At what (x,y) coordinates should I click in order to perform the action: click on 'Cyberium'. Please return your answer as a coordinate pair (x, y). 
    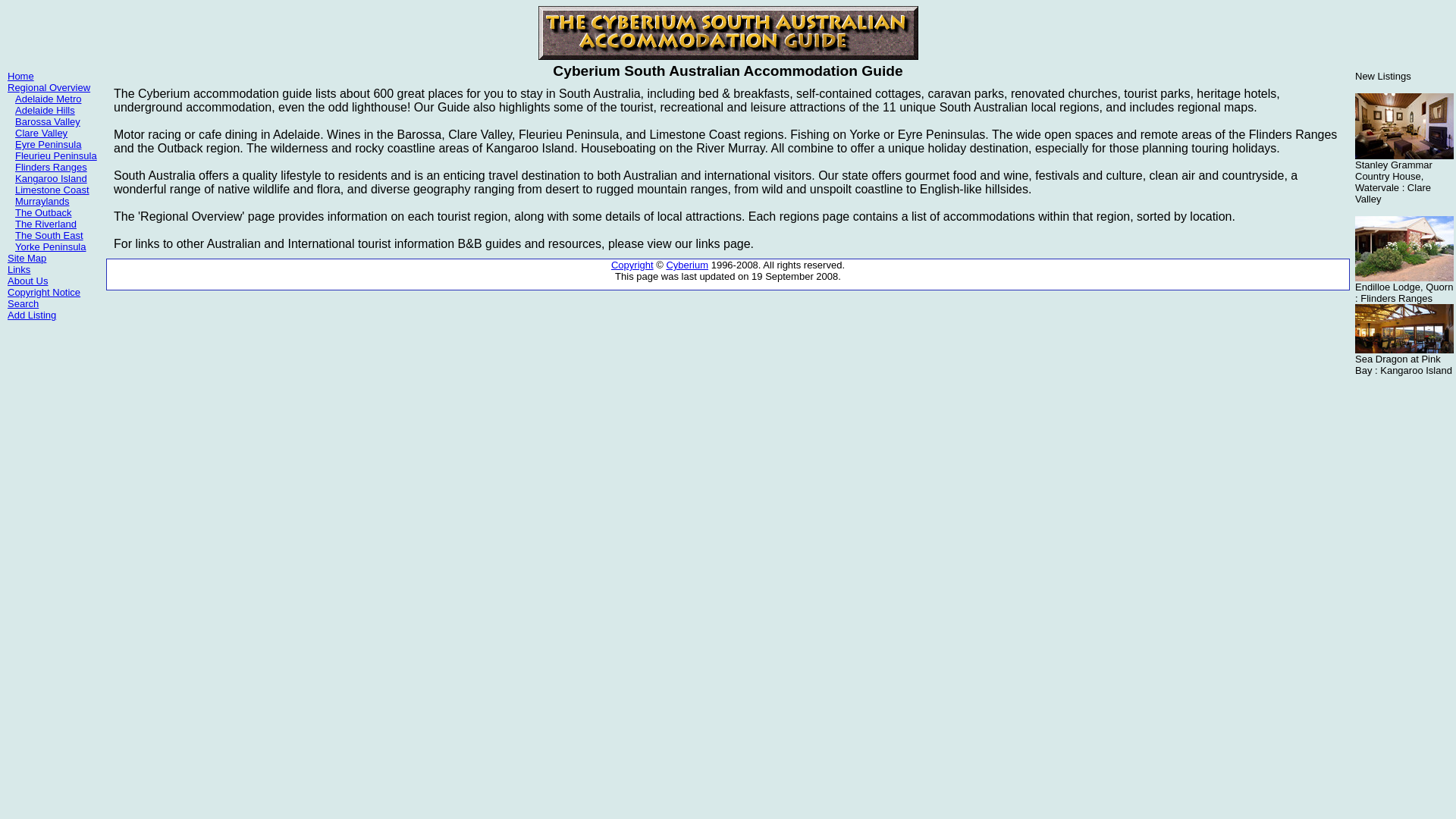
    Looking at the image, I should click on (686, 264).